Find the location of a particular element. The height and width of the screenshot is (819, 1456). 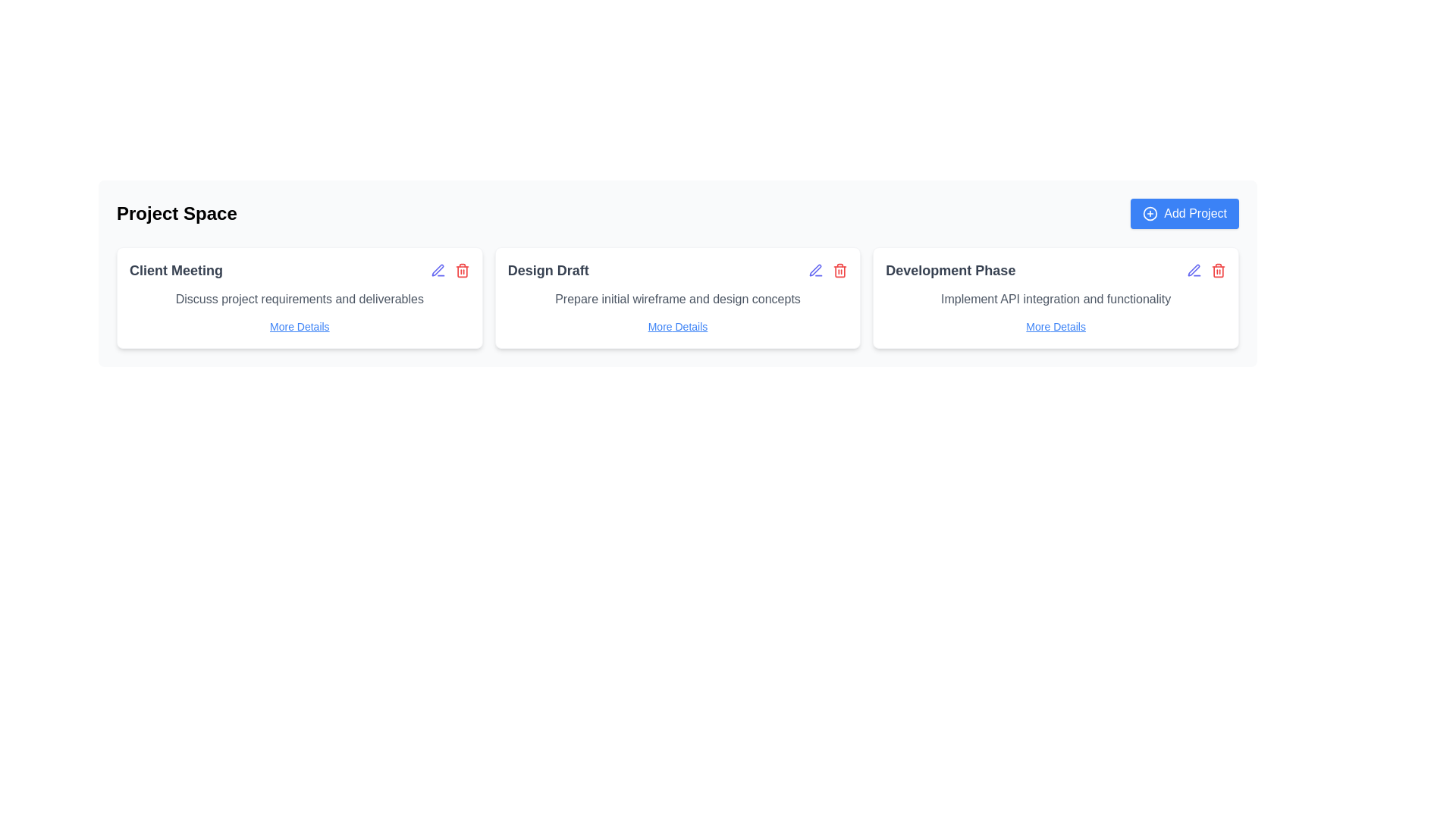

the delete icon located at the top-right of the 'Design Draft' card is located at coordinates (827, 270).